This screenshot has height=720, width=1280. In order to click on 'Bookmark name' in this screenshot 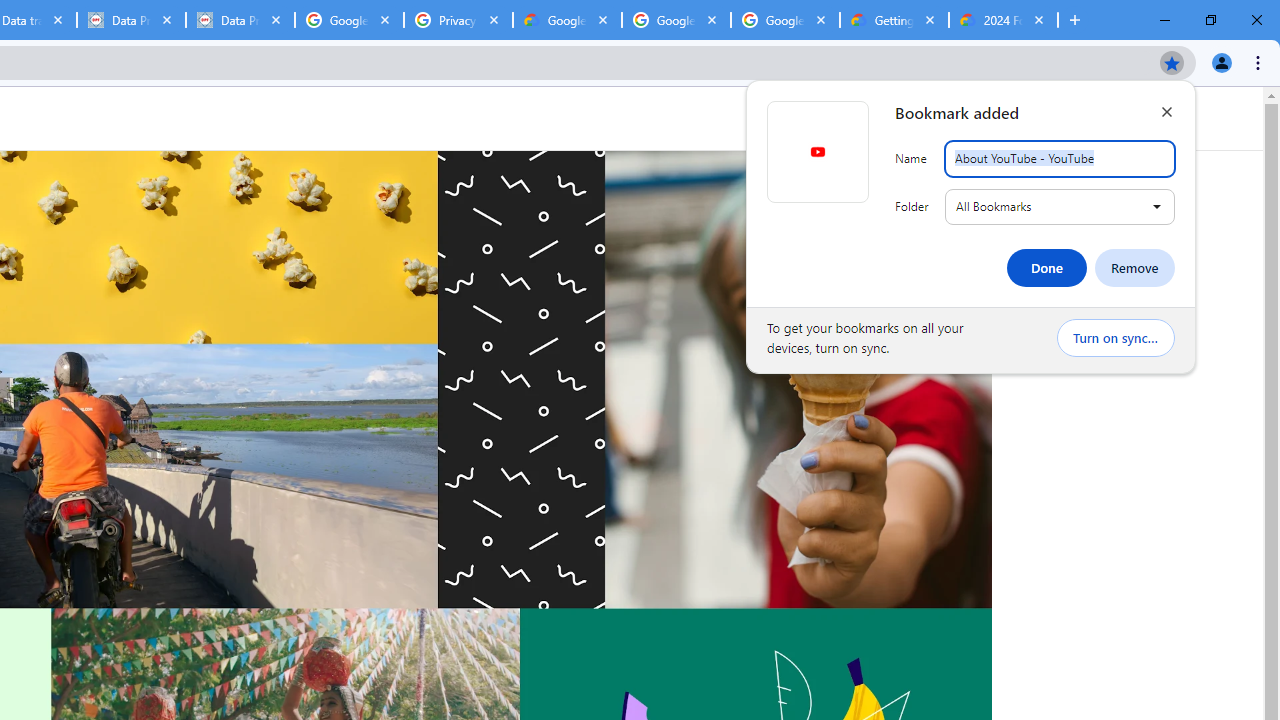, I will do `click(1058, 158)`.